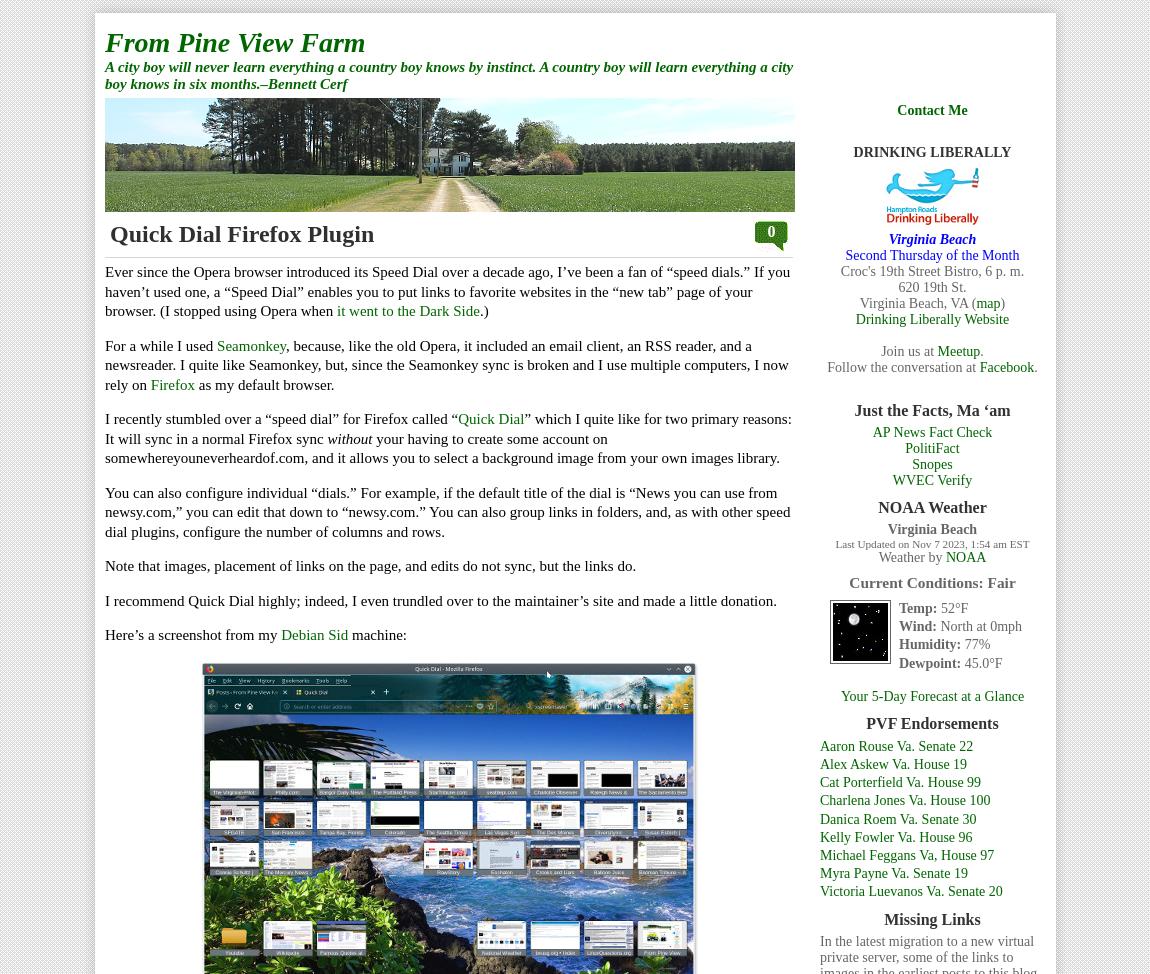 The width and height of the screenshot is (1150, 974). What do you see at coordinates (491, 418) in the screenshot?
I see `'Quick Dial'` at bounding box center [491, 418].